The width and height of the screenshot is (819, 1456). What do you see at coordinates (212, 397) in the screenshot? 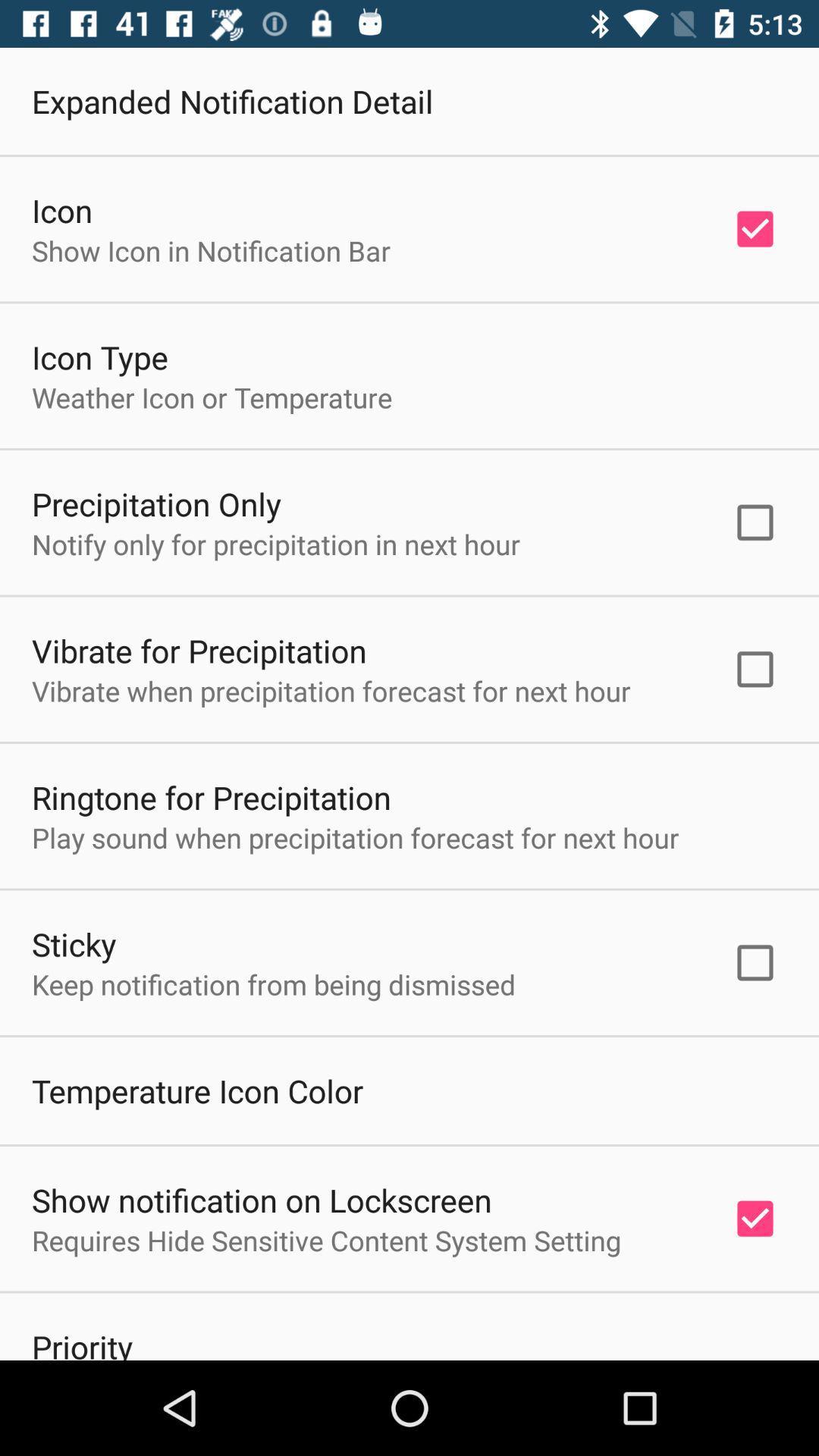
I see `the icon below the icon type item` at bounding box center [212, 397].